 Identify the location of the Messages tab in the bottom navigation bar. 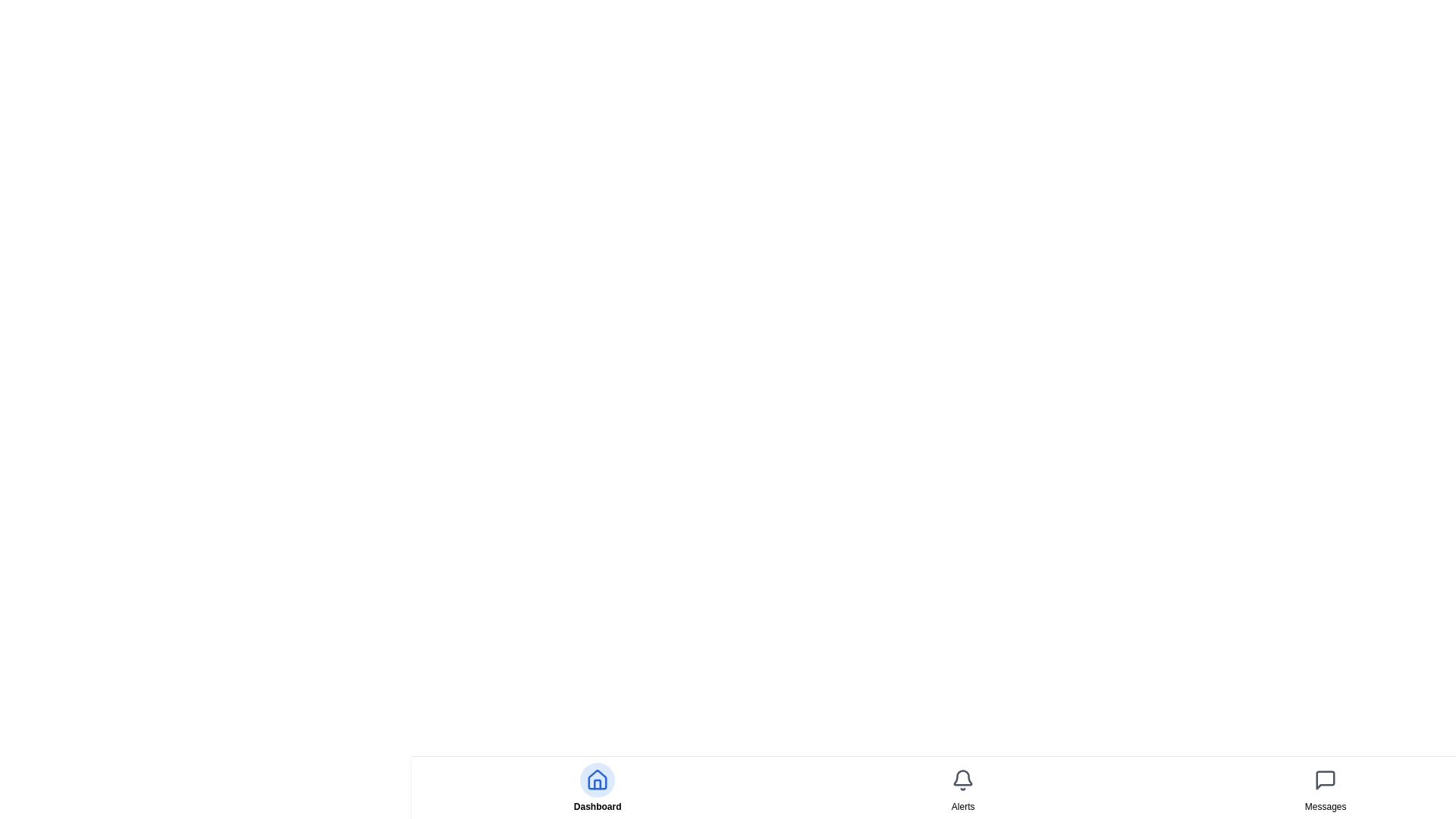
(1324, 786).